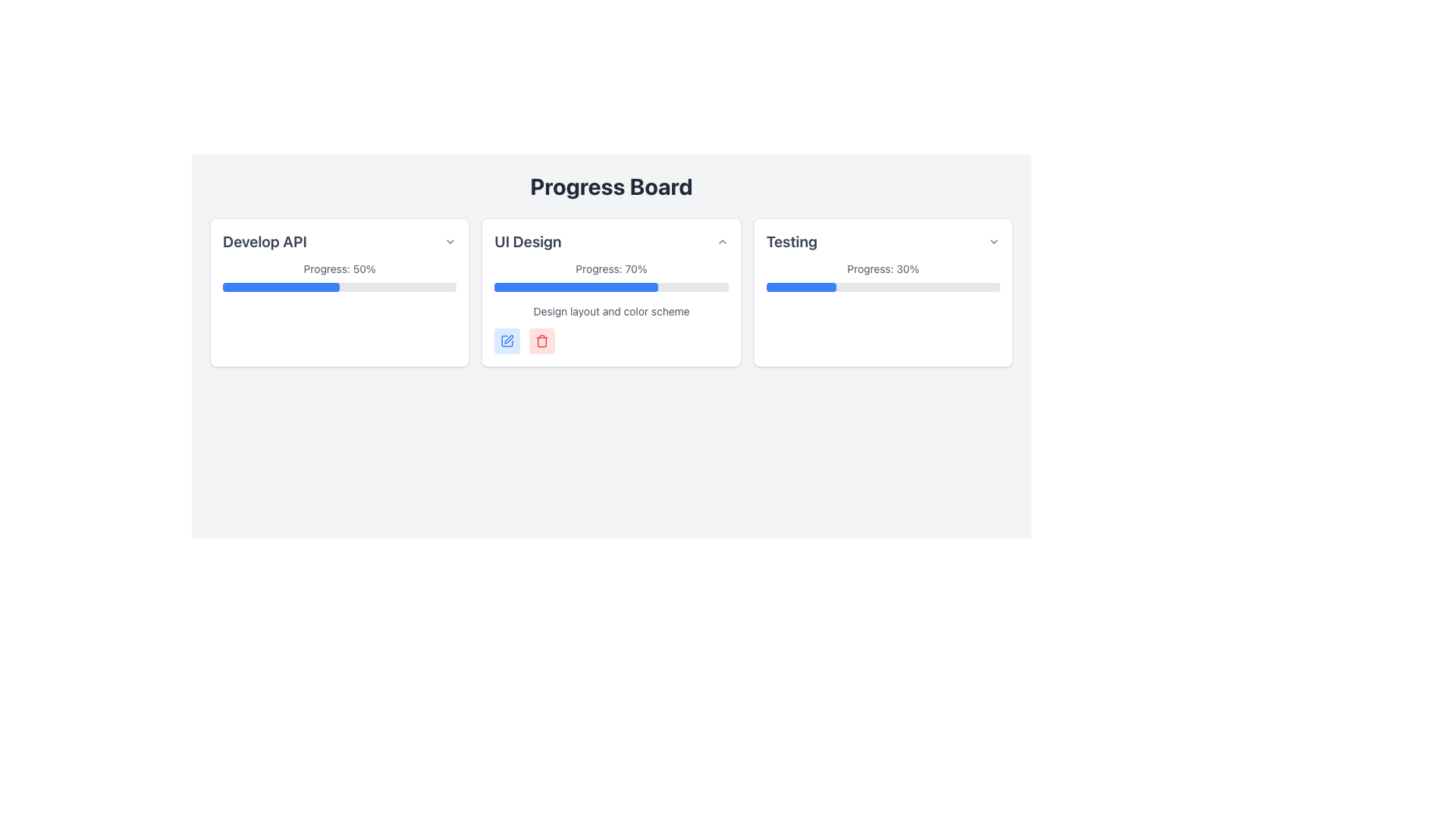 This screenshot has height=819, width=1456. Describe the element at coordinates (611, 311) in the screenshot. I see `the text element that says 'Design layout and color scheme', which is styled with a small font size and gray color, located within the card with the heading 'UI Design' at the center of the interface` at that location.